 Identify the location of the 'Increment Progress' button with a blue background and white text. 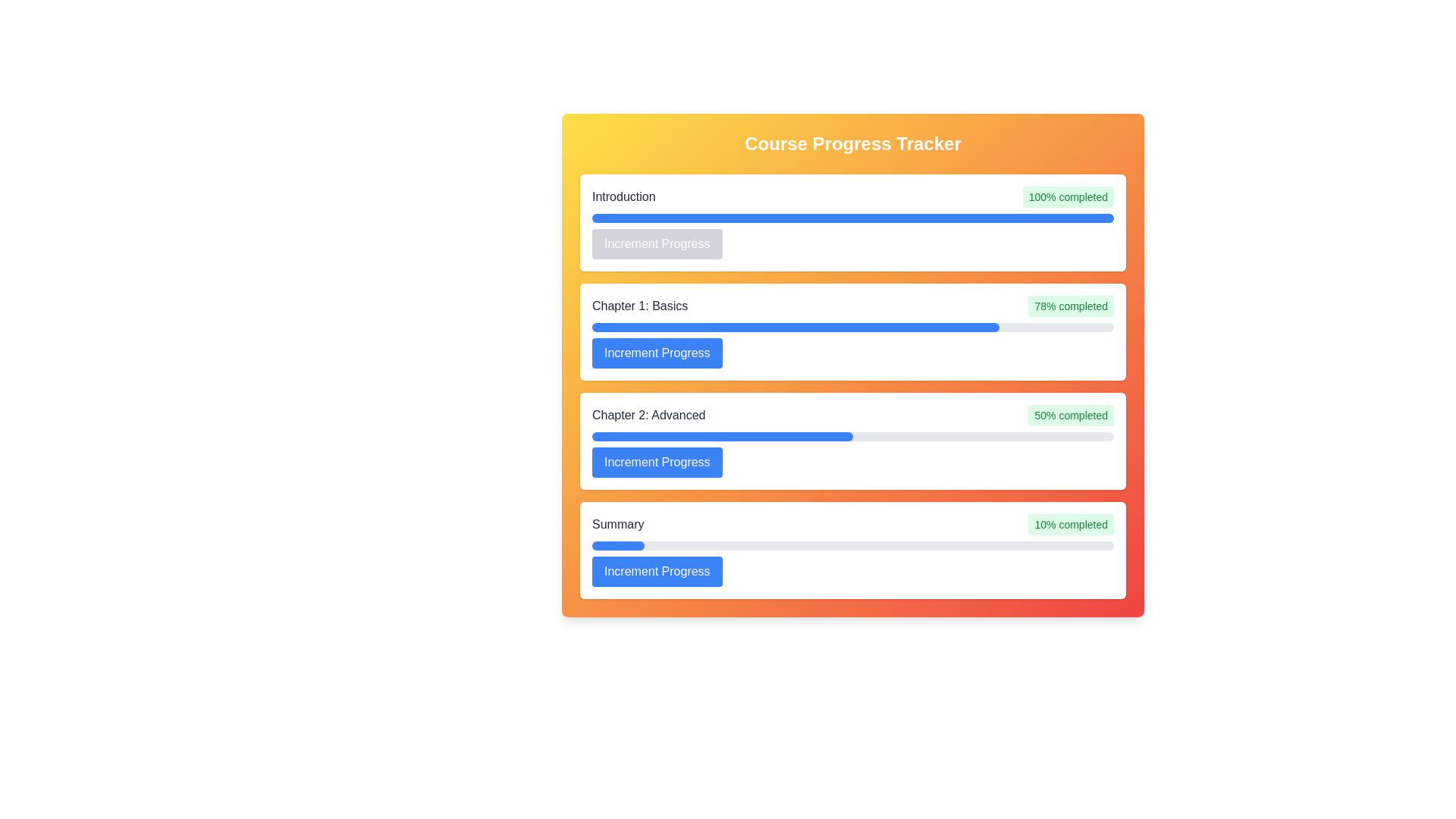
(657, 243).